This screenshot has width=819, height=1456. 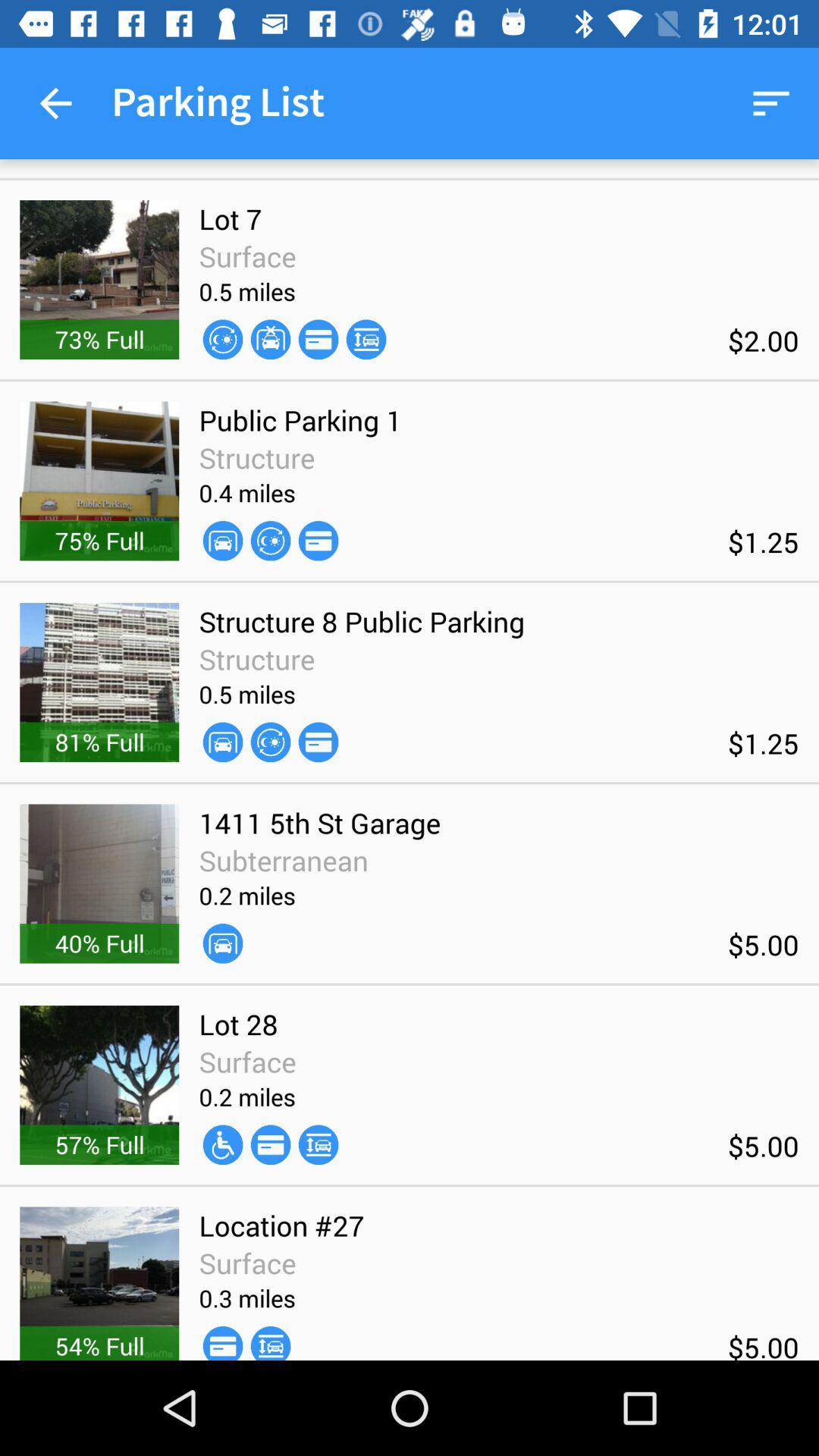 I want to click on the item above the location #27 icon, so click(x=222, y=1144).